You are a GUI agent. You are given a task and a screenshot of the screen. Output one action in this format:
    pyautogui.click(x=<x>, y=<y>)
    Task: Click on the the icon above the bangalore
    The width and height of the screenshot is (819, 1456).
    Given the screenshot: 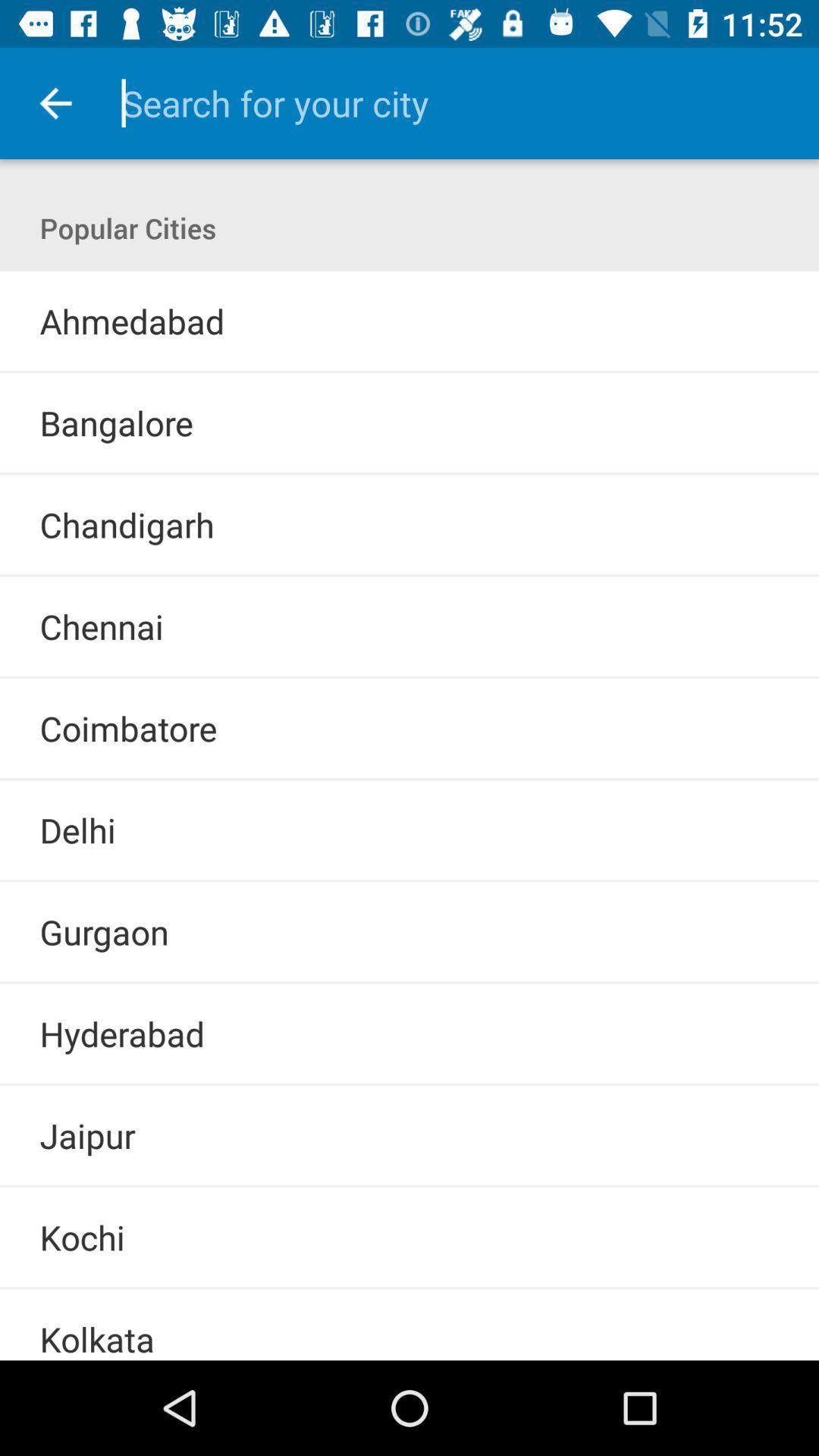 What is the action you would take?
    pyautogui.click(x=409, y=372)
    